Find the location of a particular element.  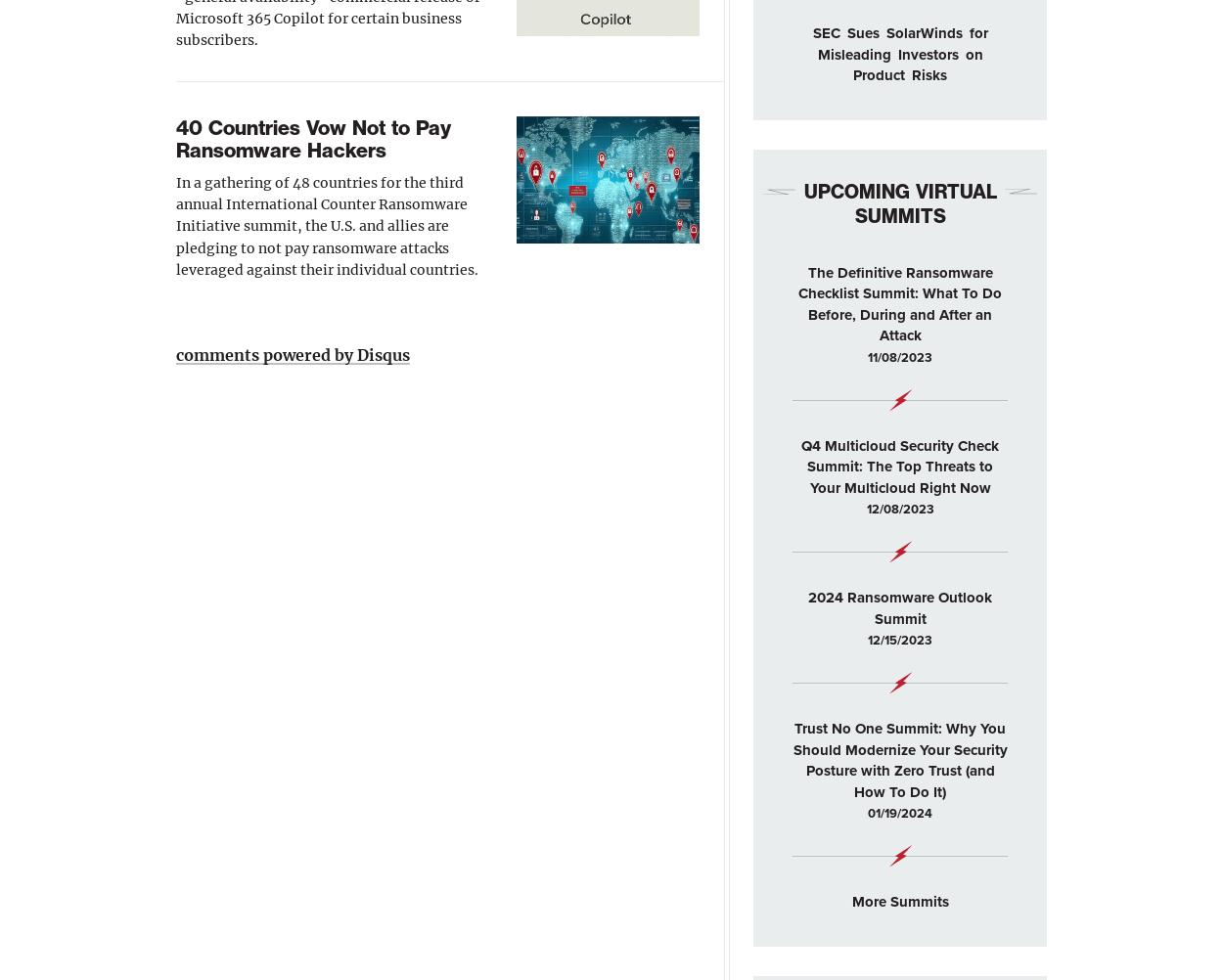

'comments powered by' is located at coordinates (266, 354).